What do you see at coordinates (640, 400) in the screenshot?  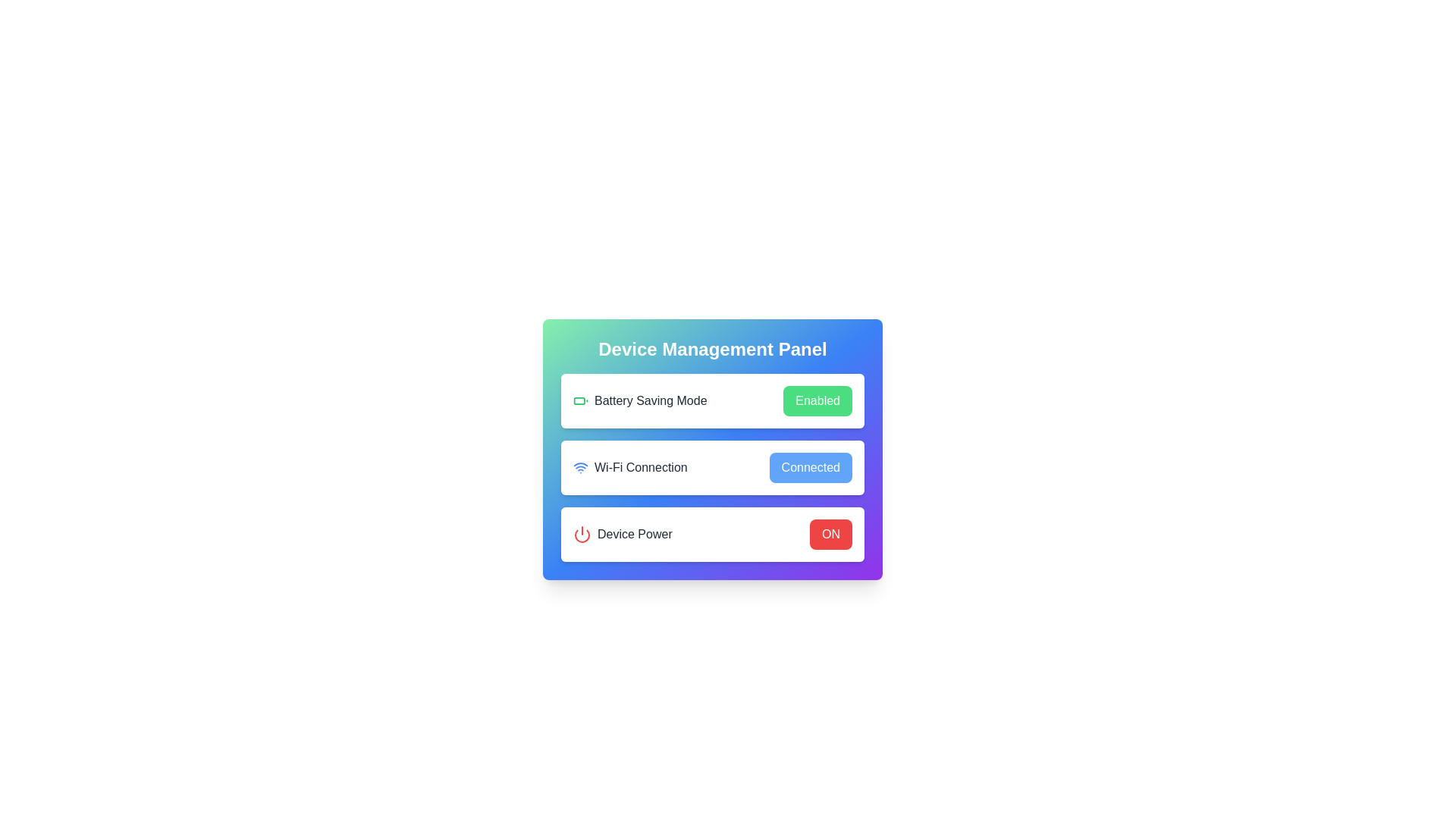 I see `the label indicating 'Battery Saving Mode' next to the green battery icon` at bounding box center [640, 400].